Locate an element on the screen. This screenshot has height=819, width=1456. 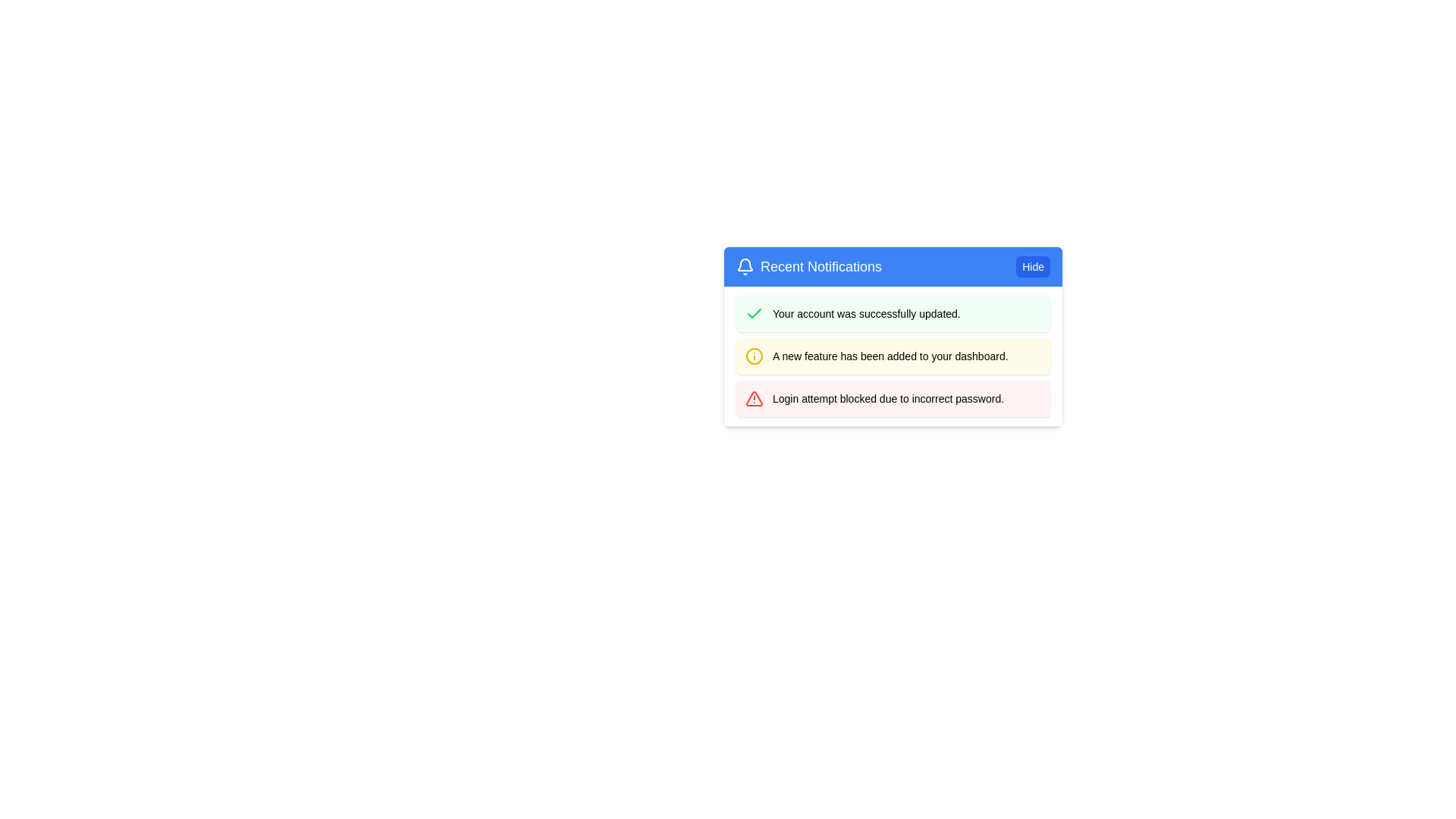
the icon representing information related to the notification message 'A new feature has been added to your dashboard.' within the second notification item under the 'Recent Notifications' header is located at coordinates (754, 356).